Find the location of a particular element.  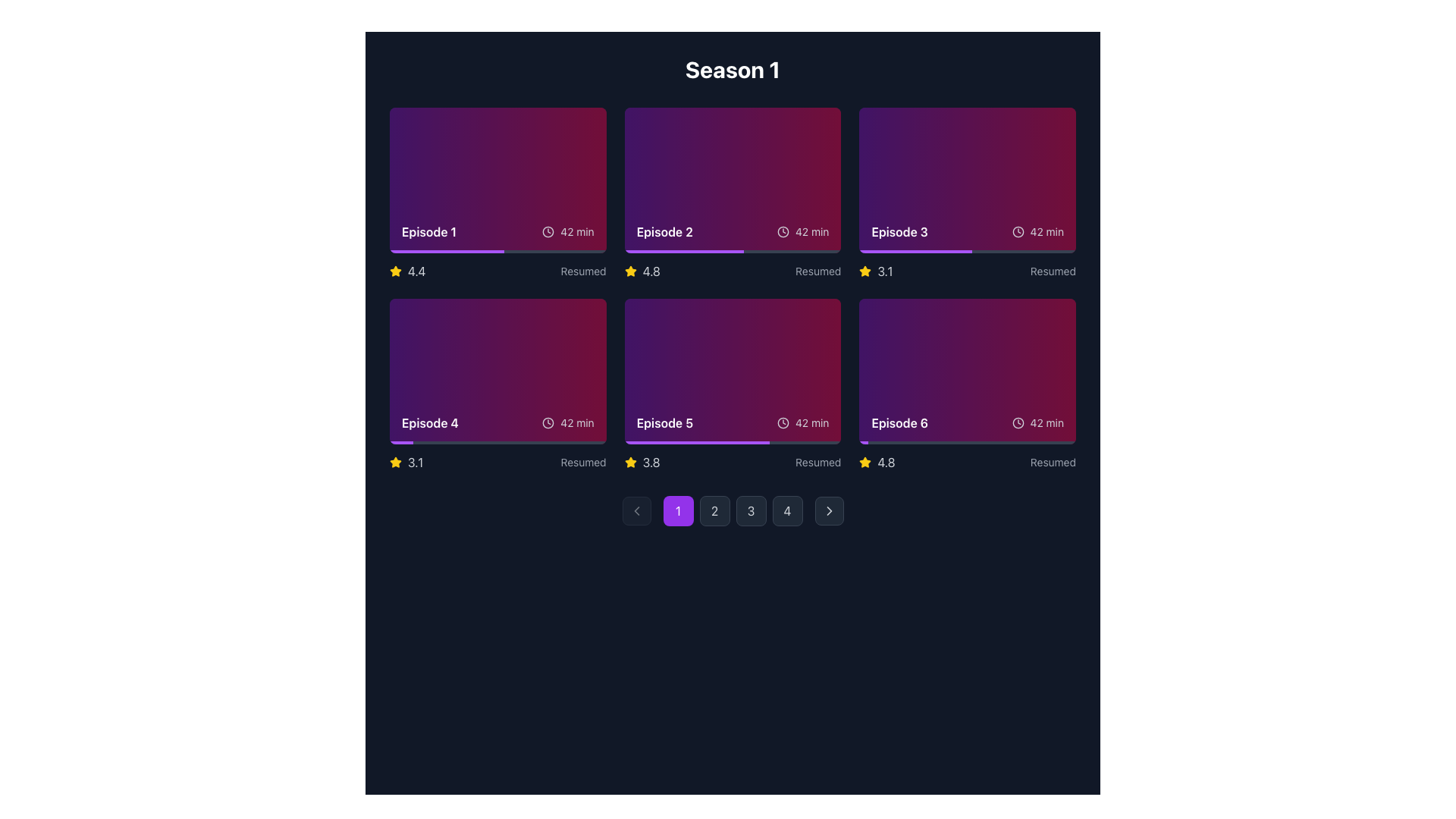

the progress bar located at the bottom of the second content block in the top row, beneath the 'Episode 2' text, which serves as a progress indicator for the episode is located at coordinates (733, 250).